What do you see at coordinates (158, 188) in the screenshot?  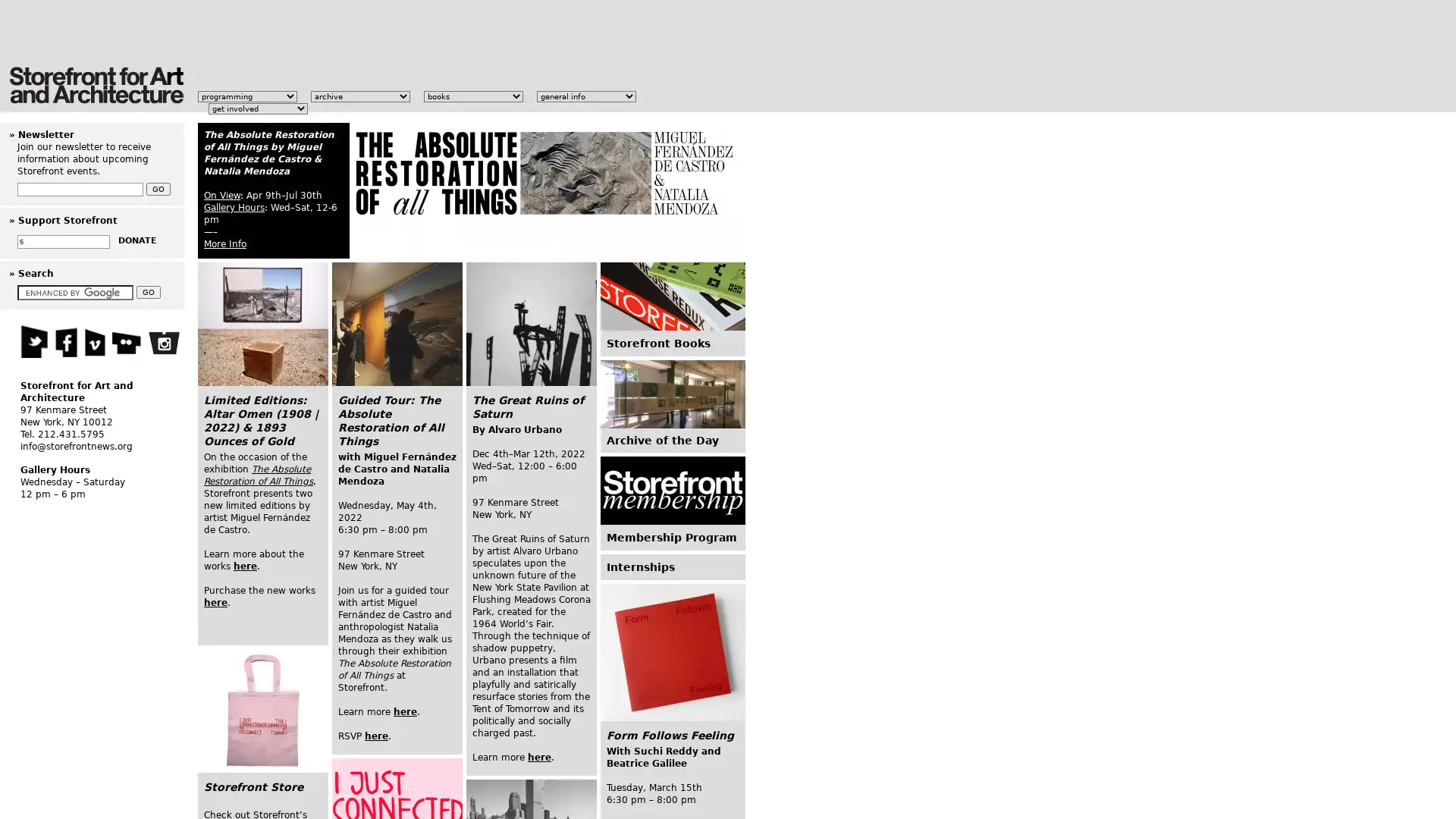 I see `GO` at bounding box center [158, 188].